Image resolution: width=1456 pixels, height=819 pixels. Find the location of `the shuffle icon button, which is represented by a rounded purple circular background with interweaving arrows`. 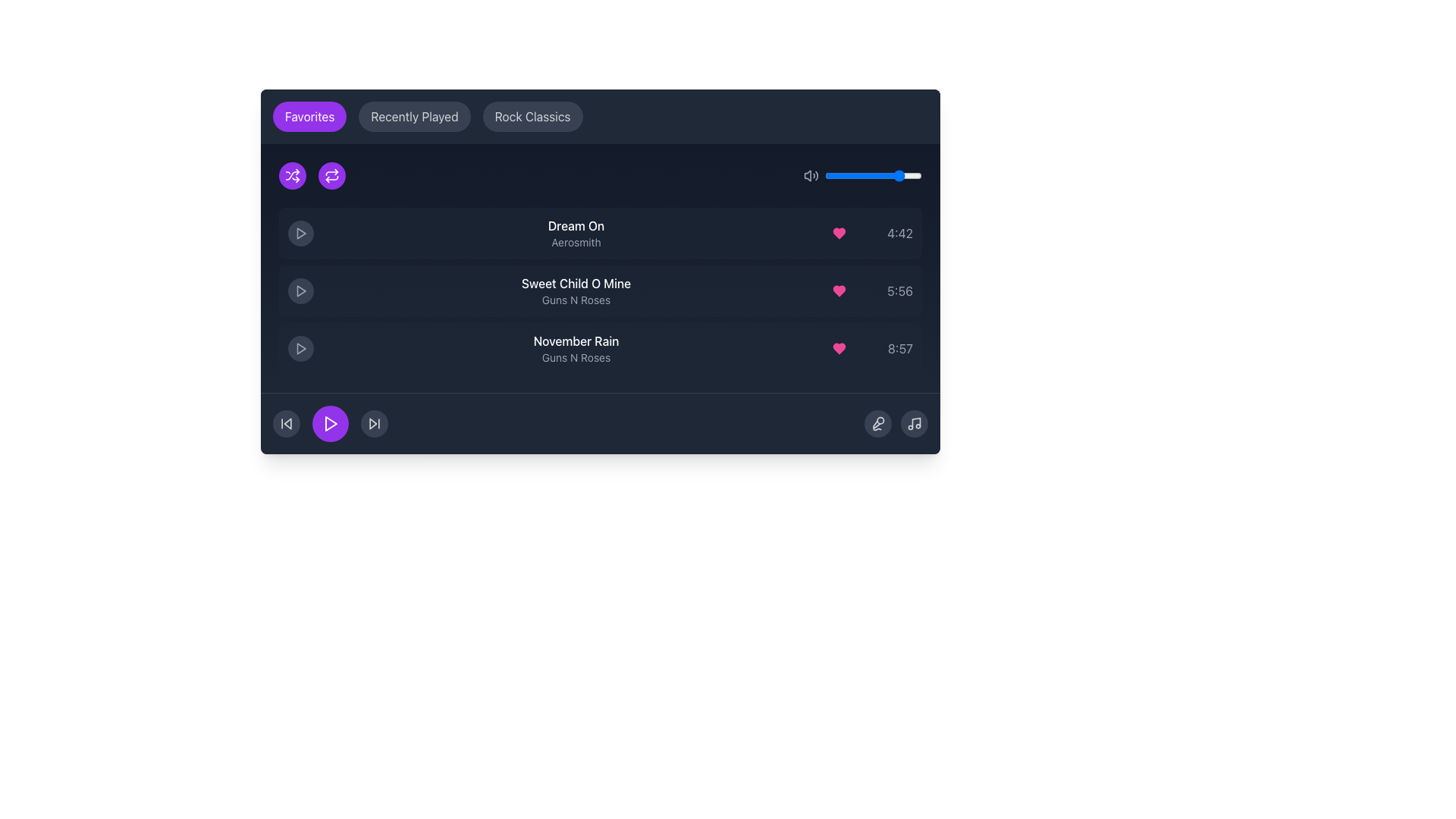

the shuffle icon button, which is represented by a rounded purple circular background with interweaving arrows is located at coordinates (292, 174).